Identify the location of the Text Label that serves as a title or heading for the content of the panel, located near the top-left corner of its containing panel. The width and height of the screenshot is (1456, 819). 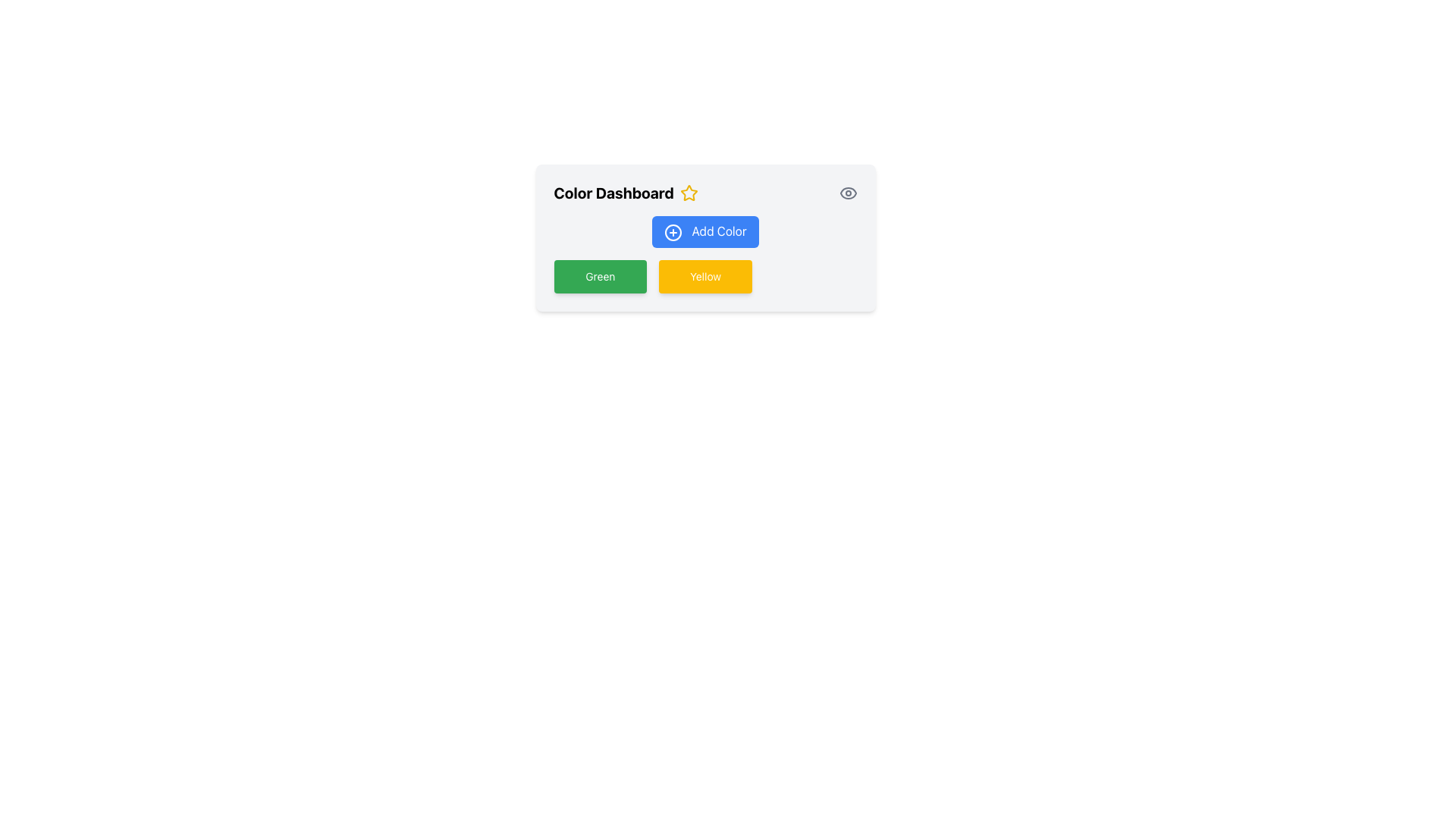
(626, 192).